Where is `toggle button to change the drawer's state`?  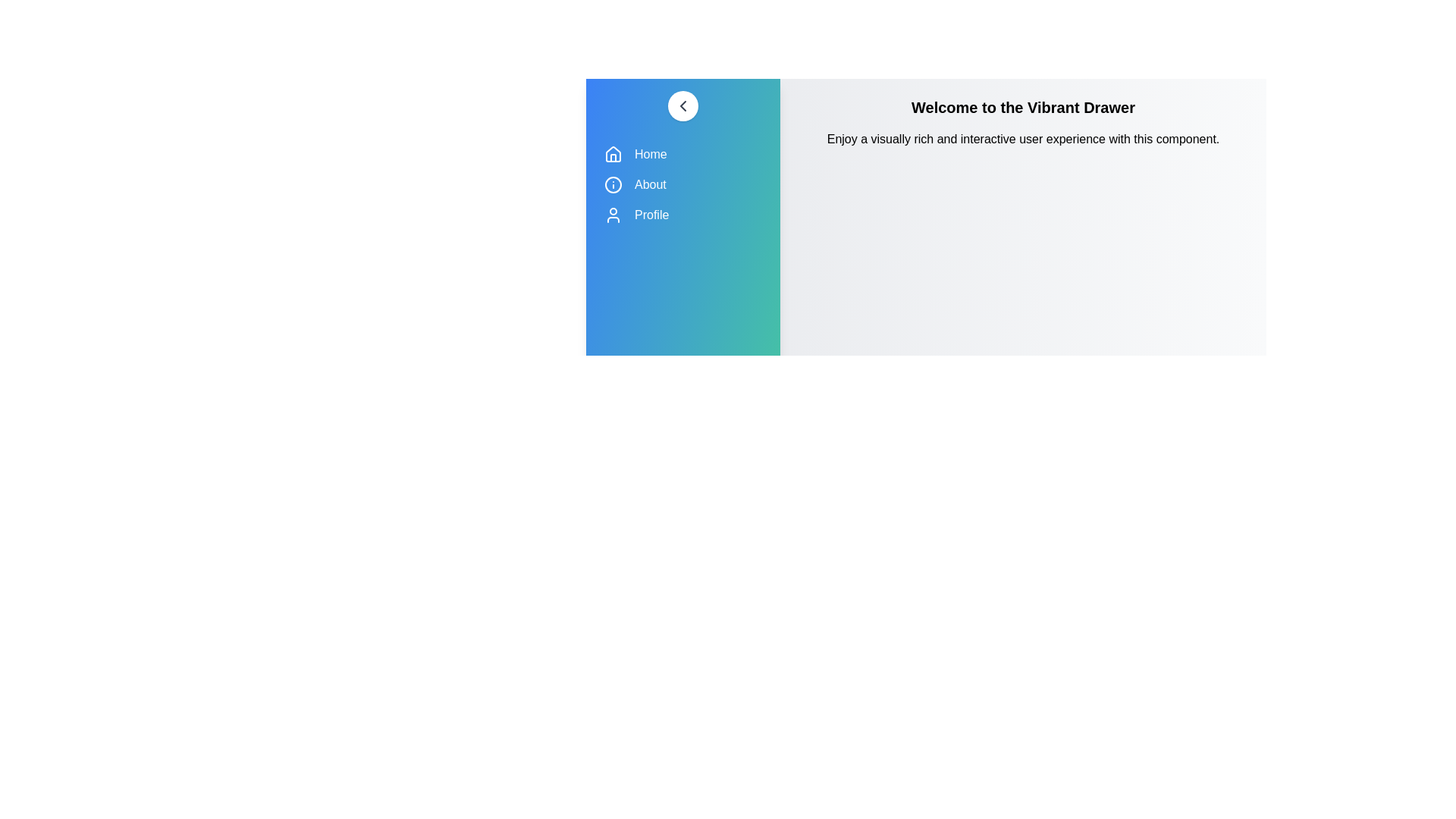
toggle button to change the drawer's state is located at coordinates (682, 105).